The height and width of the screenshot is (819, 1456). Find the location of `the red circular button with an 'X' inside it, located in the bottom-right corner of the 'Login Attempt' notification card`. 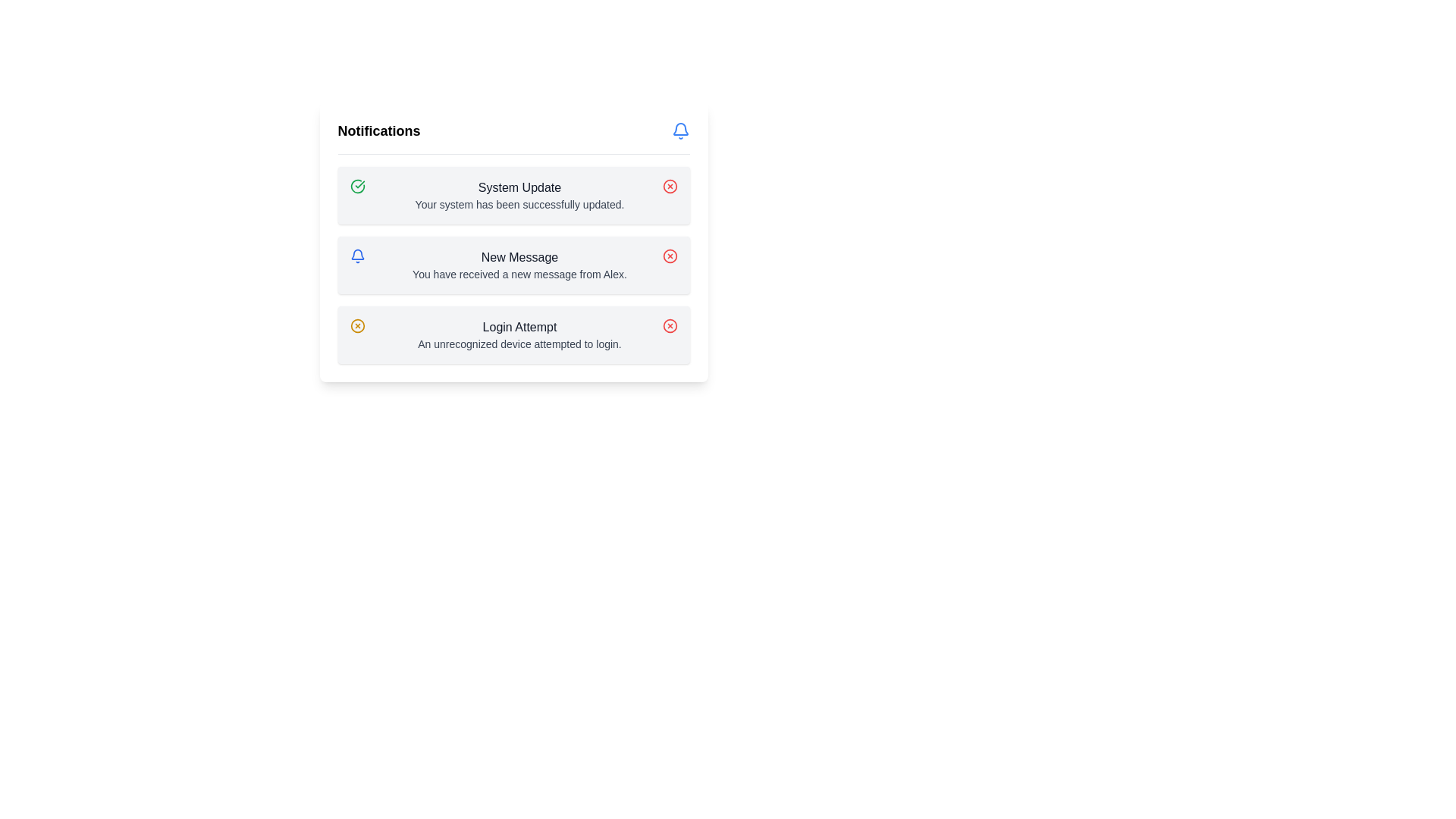

the red circular button with an 'X' inside it, located in the bottom-right corner of the 'Login Attempt' notification card is located at coordinates (669, 325).